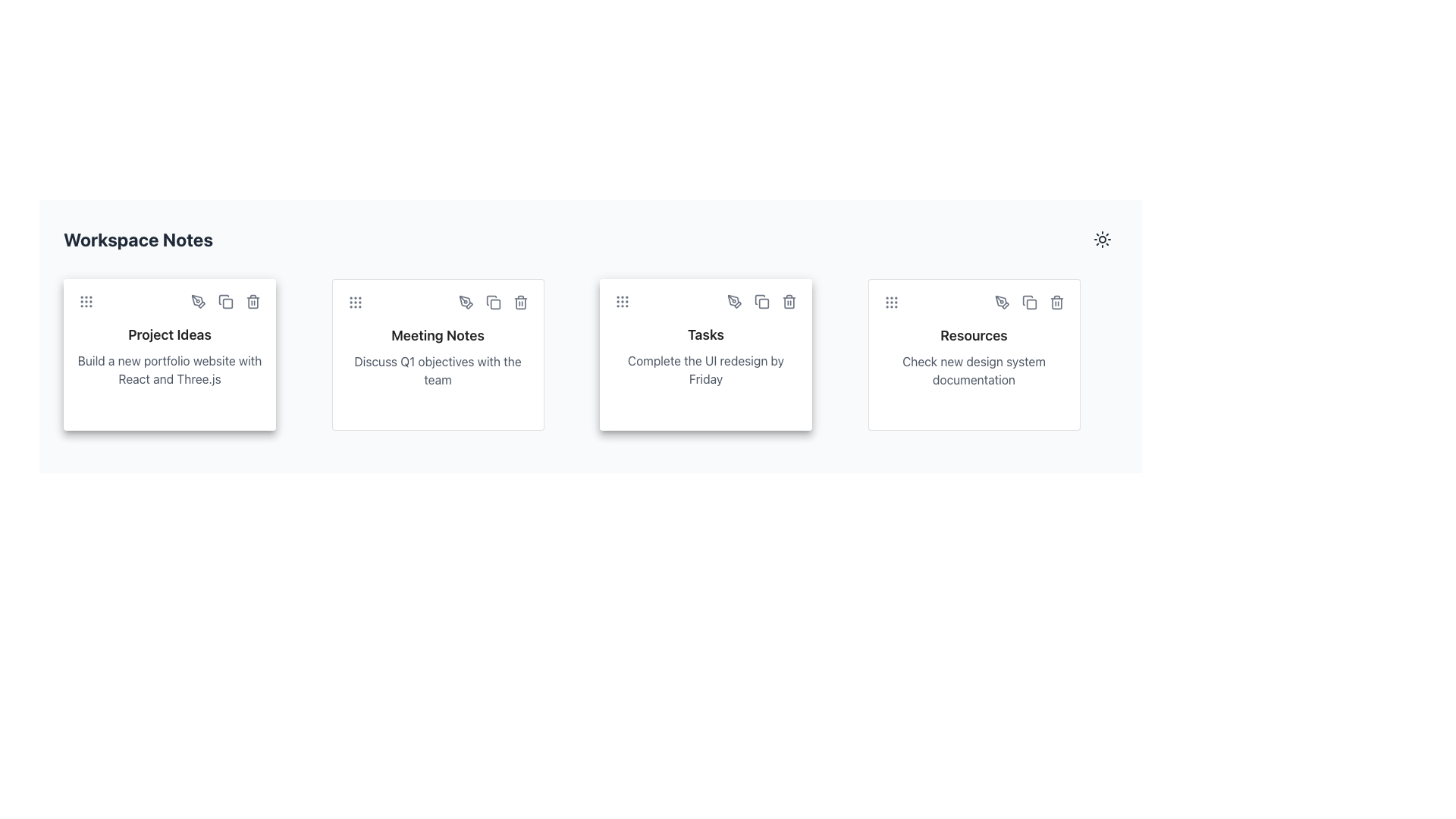 This screenshot has height=819, width=1456. What do you see at coordinates (224, 301) in the screenshot?
I see `the copy icon button, which is represented by overlapping squares, located in the upper right of the 'Project Ideas' card` at bounding box center [224, 301].